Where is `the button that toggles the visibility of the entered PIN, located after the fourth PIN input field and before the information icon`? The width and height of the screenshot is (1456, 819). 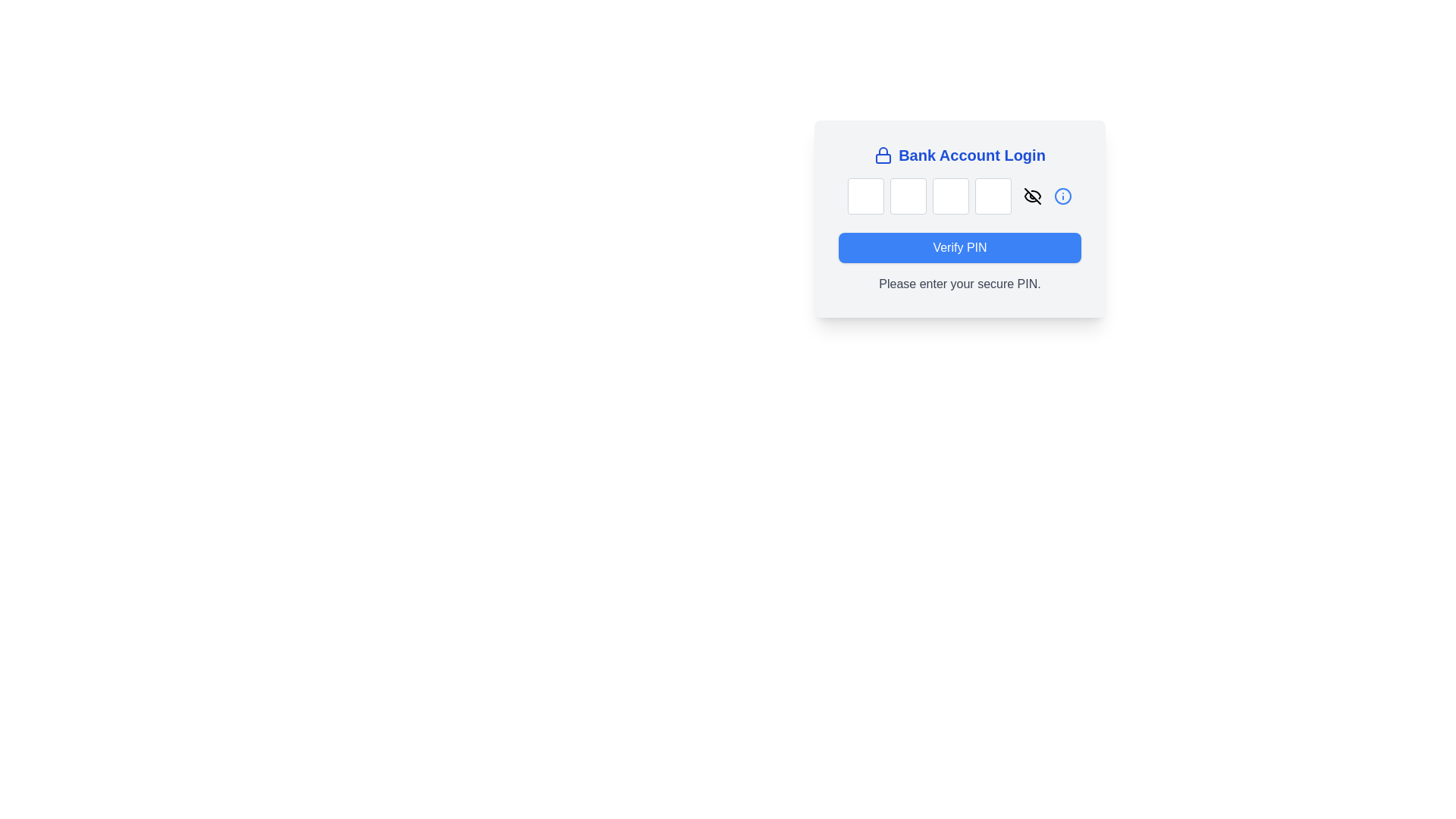
the button that toggles the visibility of the entered PIN, located after the fourth PIN input field and before the information icon is located at coordinates (1032, 195).